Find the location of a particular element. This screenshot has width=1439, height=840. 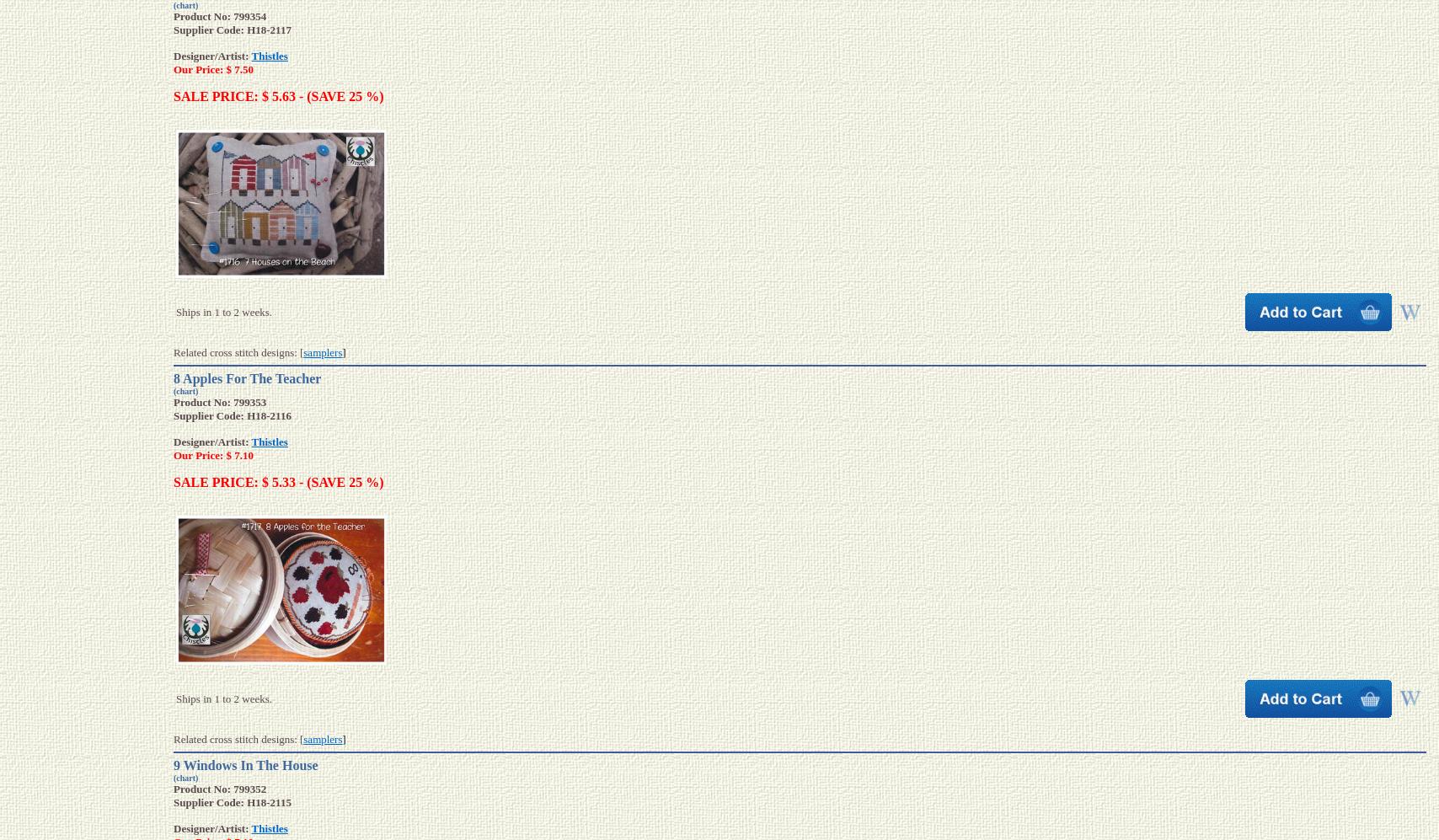

'Our Price: $ 7.10' is located at coordinates (213, 454).